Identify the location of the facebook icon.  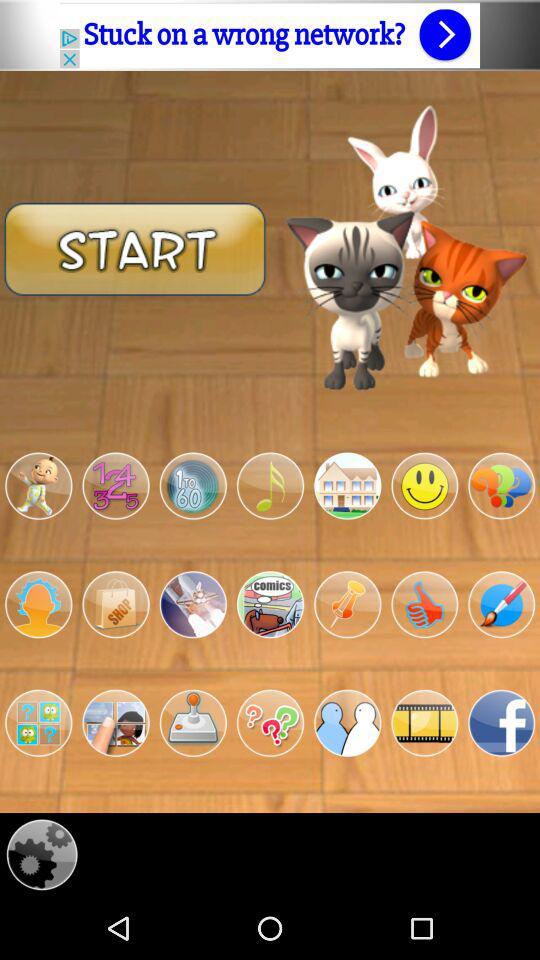
(500, 773).